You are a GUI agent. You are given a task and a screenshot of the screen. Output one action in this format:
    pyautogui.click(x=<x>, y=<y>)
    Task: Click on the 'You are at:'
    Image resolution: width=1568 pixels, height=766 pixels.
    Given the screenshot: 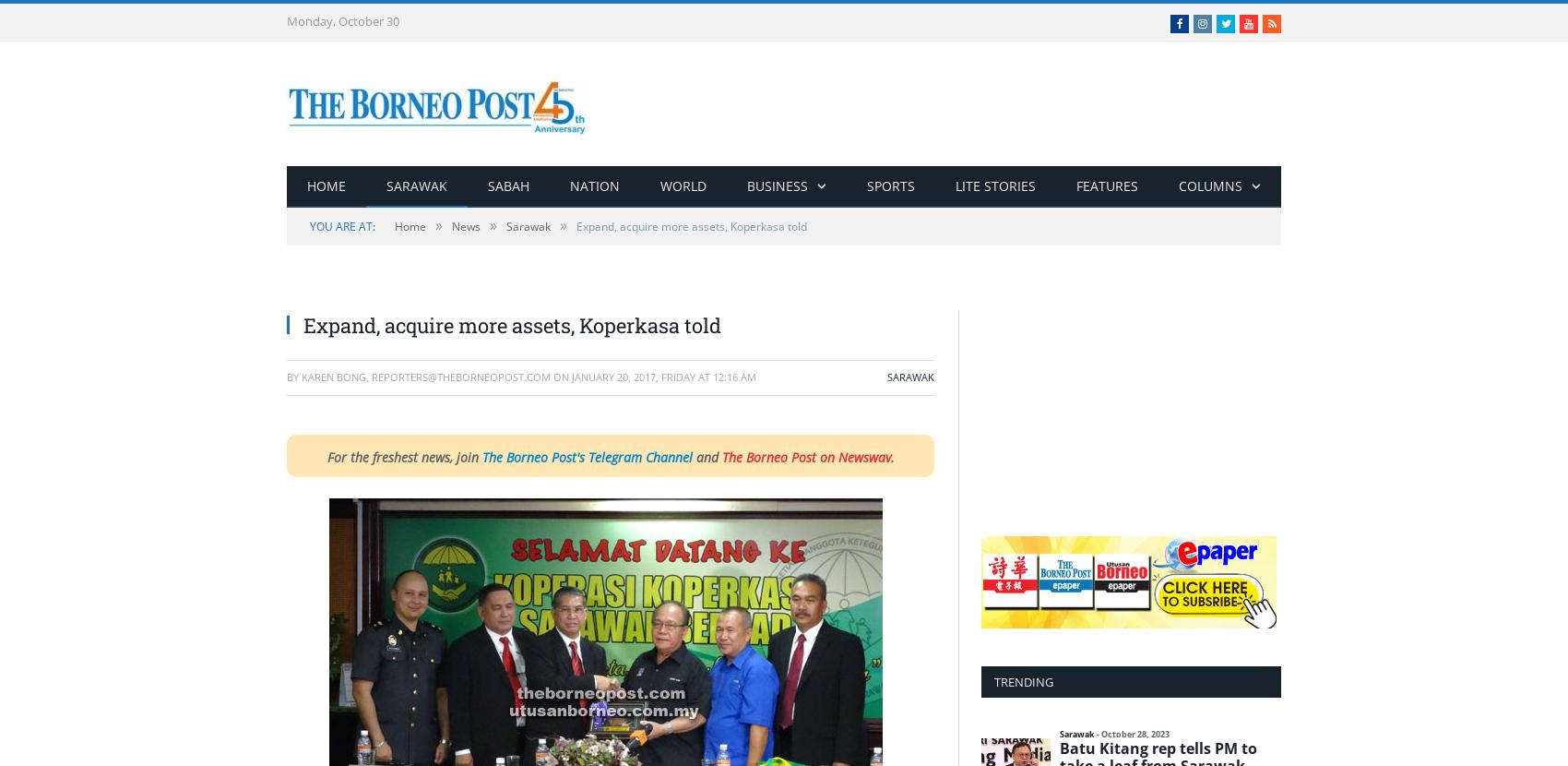 What is the action you would take?
    pyautogui.click(x=308, y=225)
    